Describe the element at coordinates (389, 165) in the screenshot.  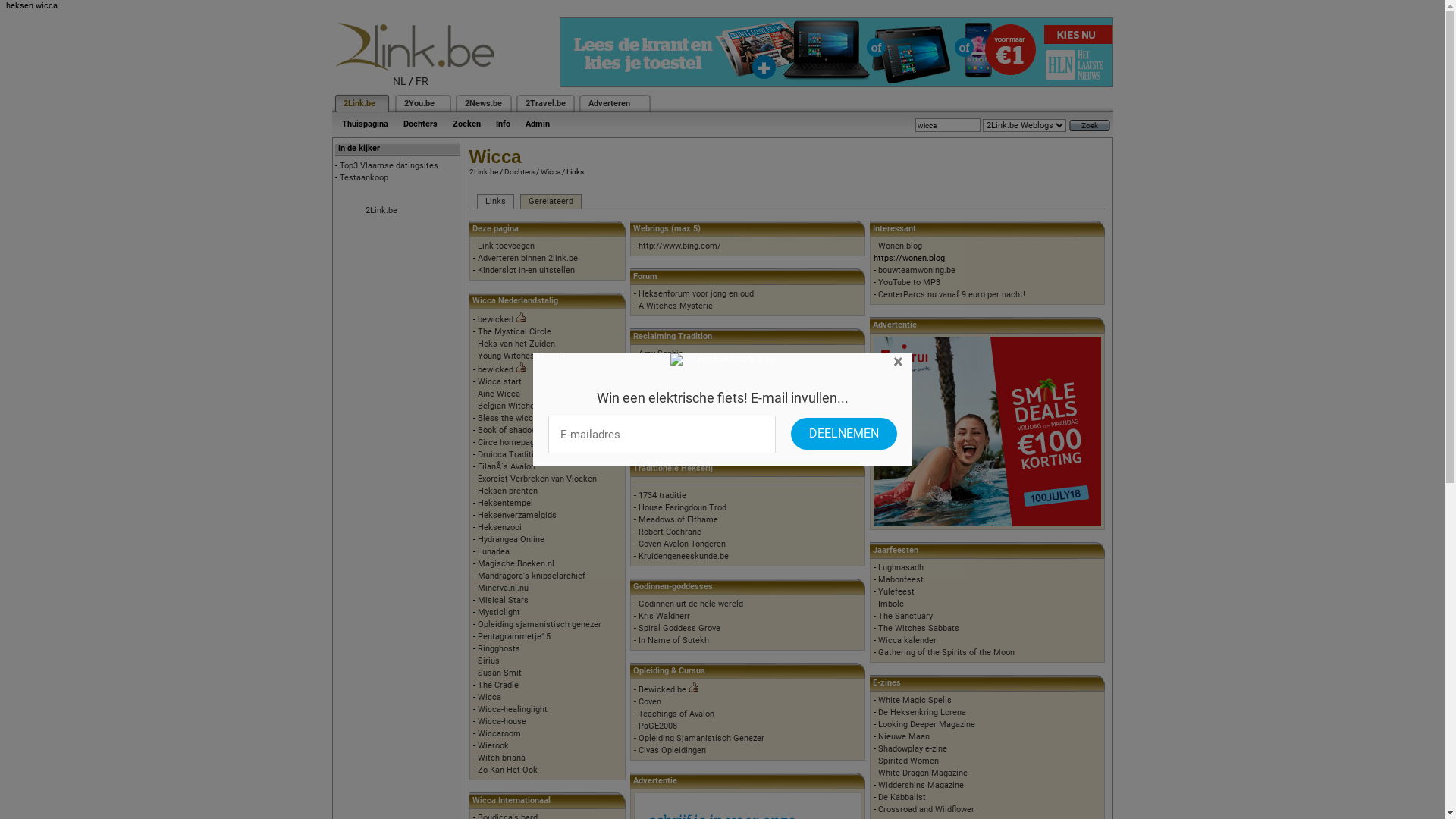
I see `'Top3 Vlaamse datingsites'` at that location.